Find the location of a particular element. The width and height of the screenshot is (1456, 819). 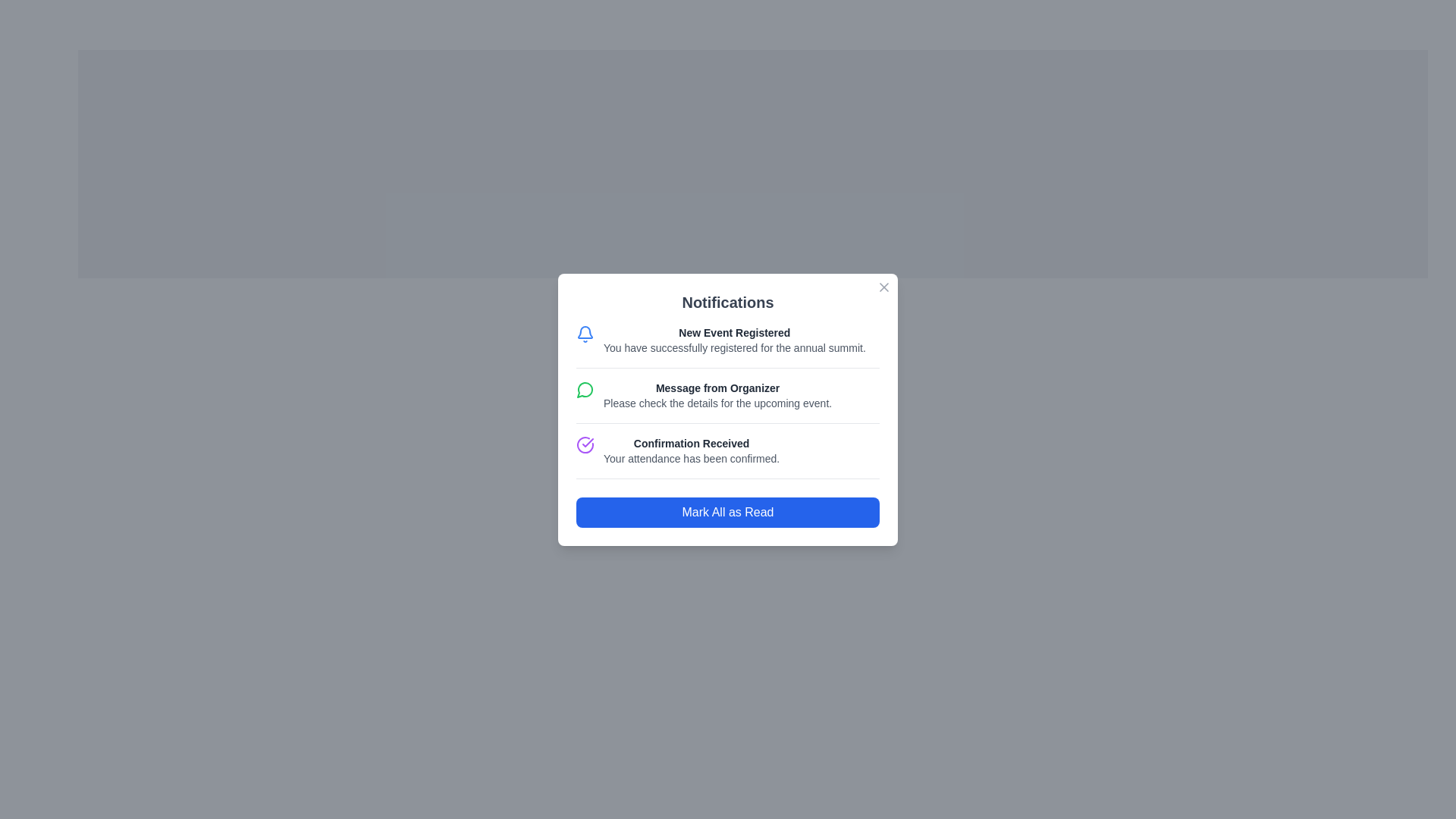

the Notification item that contains the message 'Message from Organizer' for additional interactions is located at coordinates (728, 400).